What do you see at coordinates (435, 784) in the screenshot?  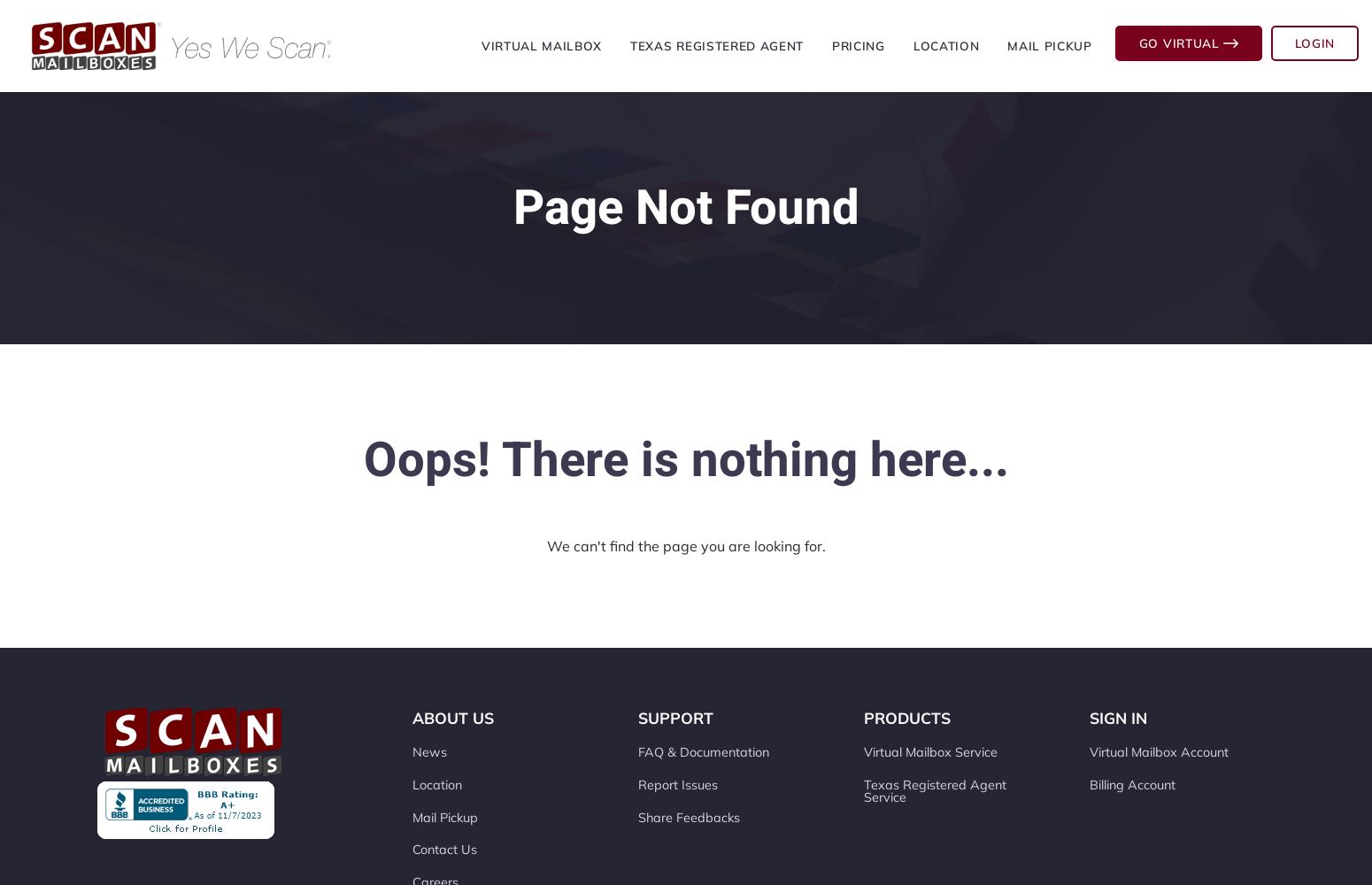 I see `'Location'` at bounding box center [435, 784].